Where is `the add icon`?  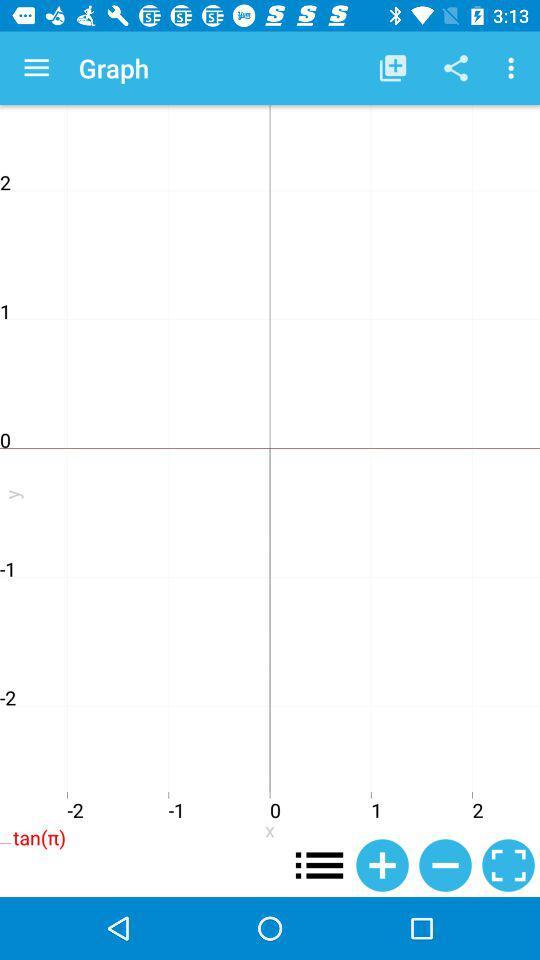
the add icon is located at coordinates (382, 864).